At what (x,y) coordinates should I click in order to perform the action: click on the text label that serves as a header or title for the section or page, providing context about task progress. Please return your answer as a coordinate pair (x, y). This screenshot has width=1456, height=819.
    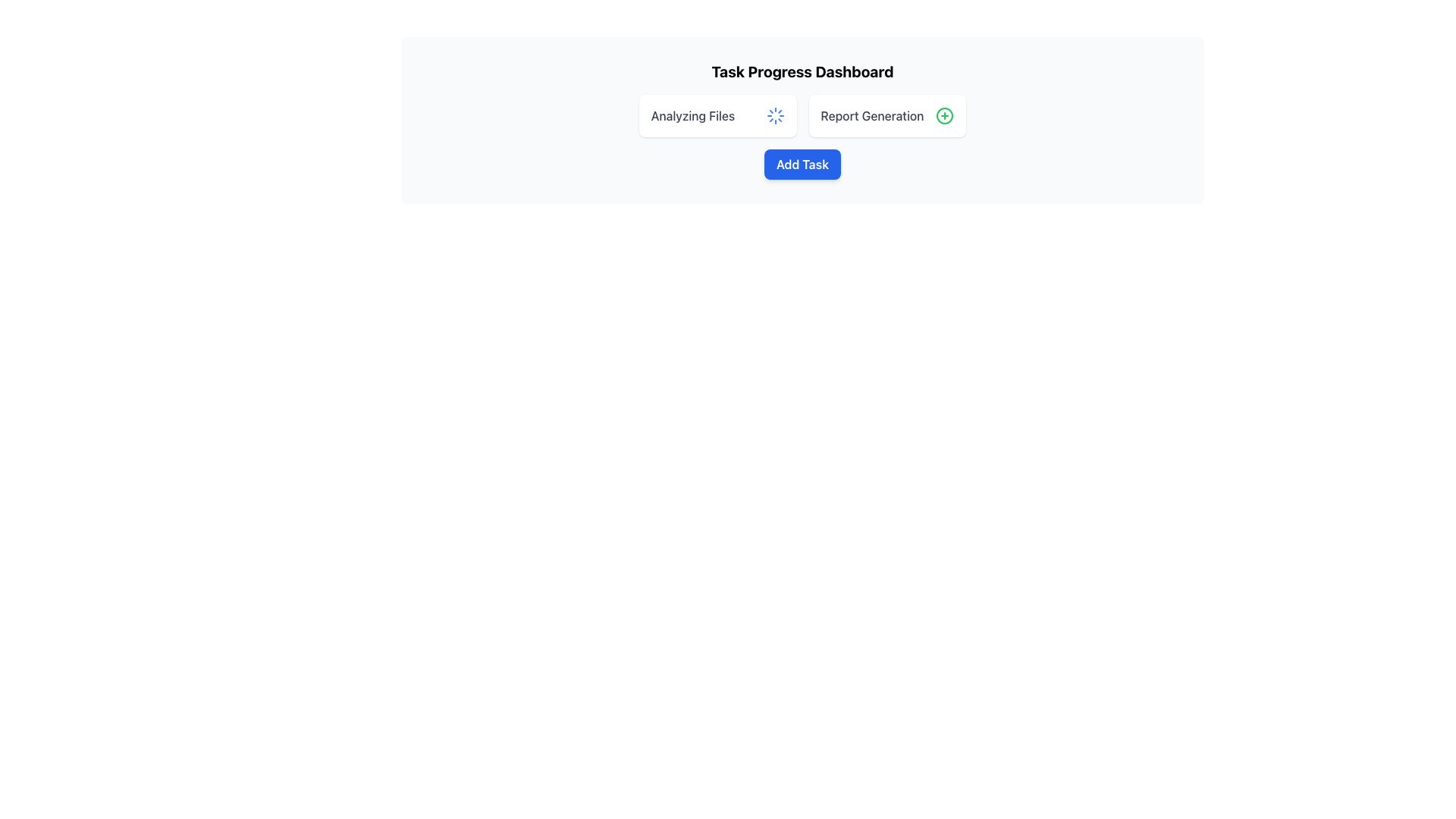
    Looking at the image, I should click on (802, 72).